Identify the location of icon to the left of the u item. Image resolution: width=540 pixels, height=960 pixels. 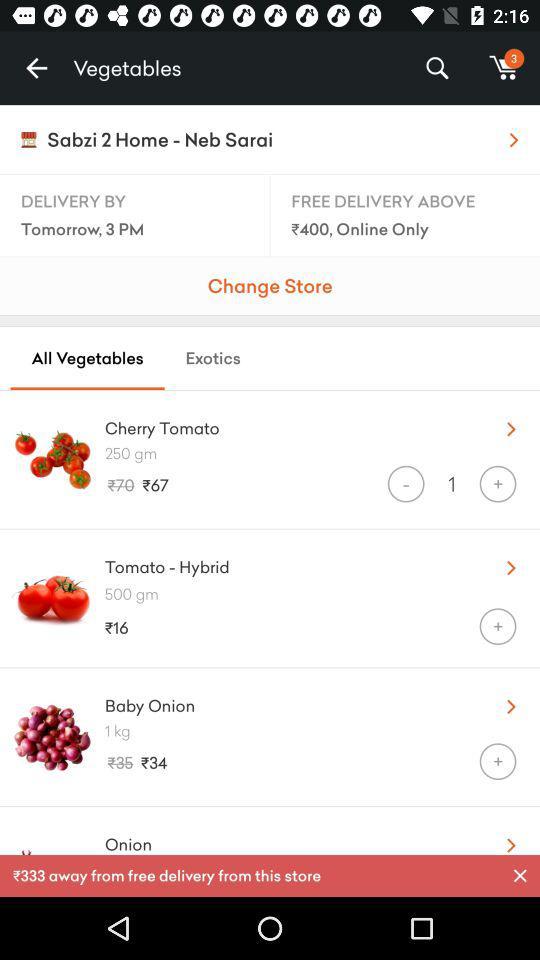
(287, 701).